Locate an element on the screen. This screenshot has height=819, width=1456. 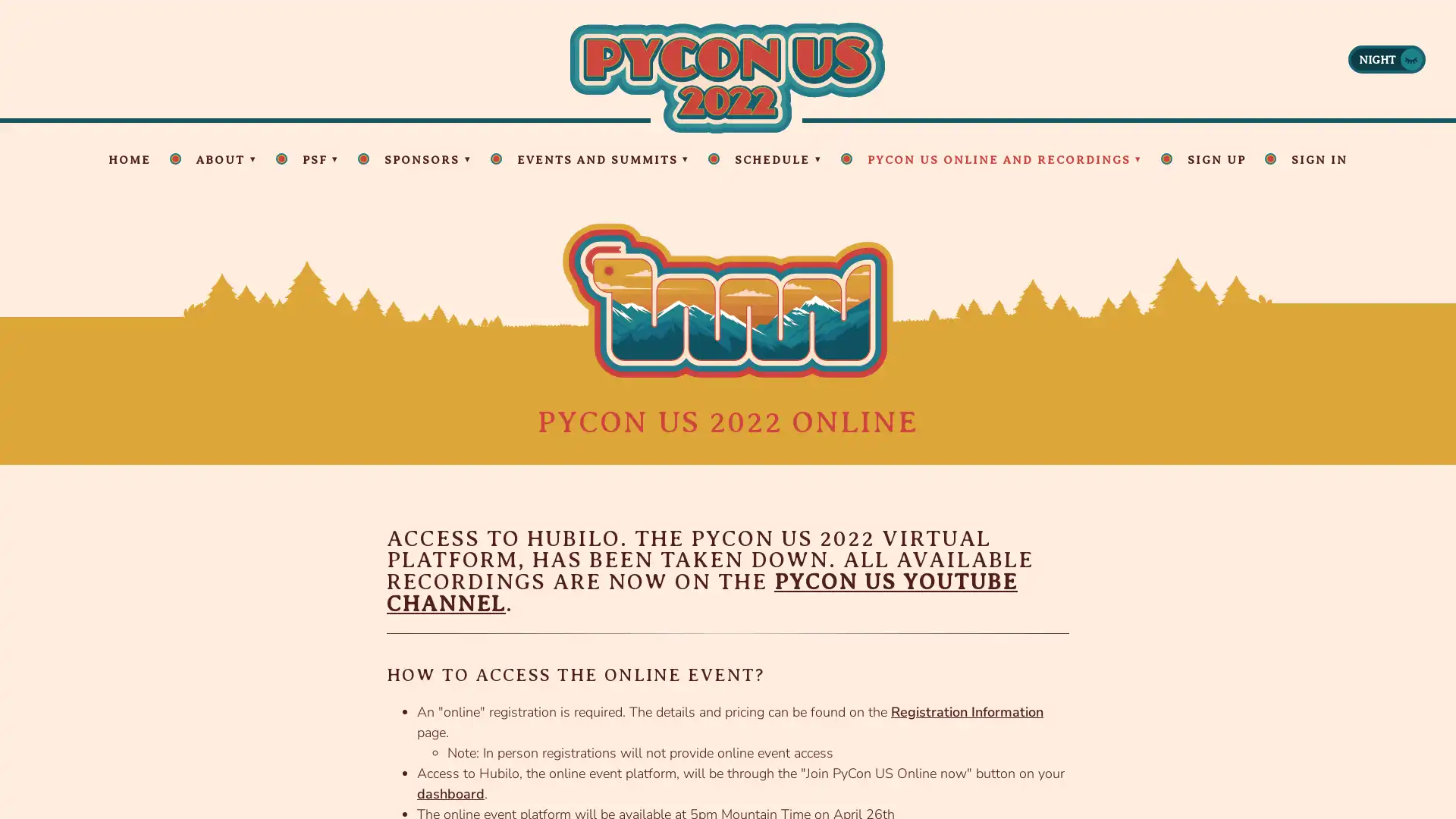
NIGHT is located at coordinates (1386, 58).